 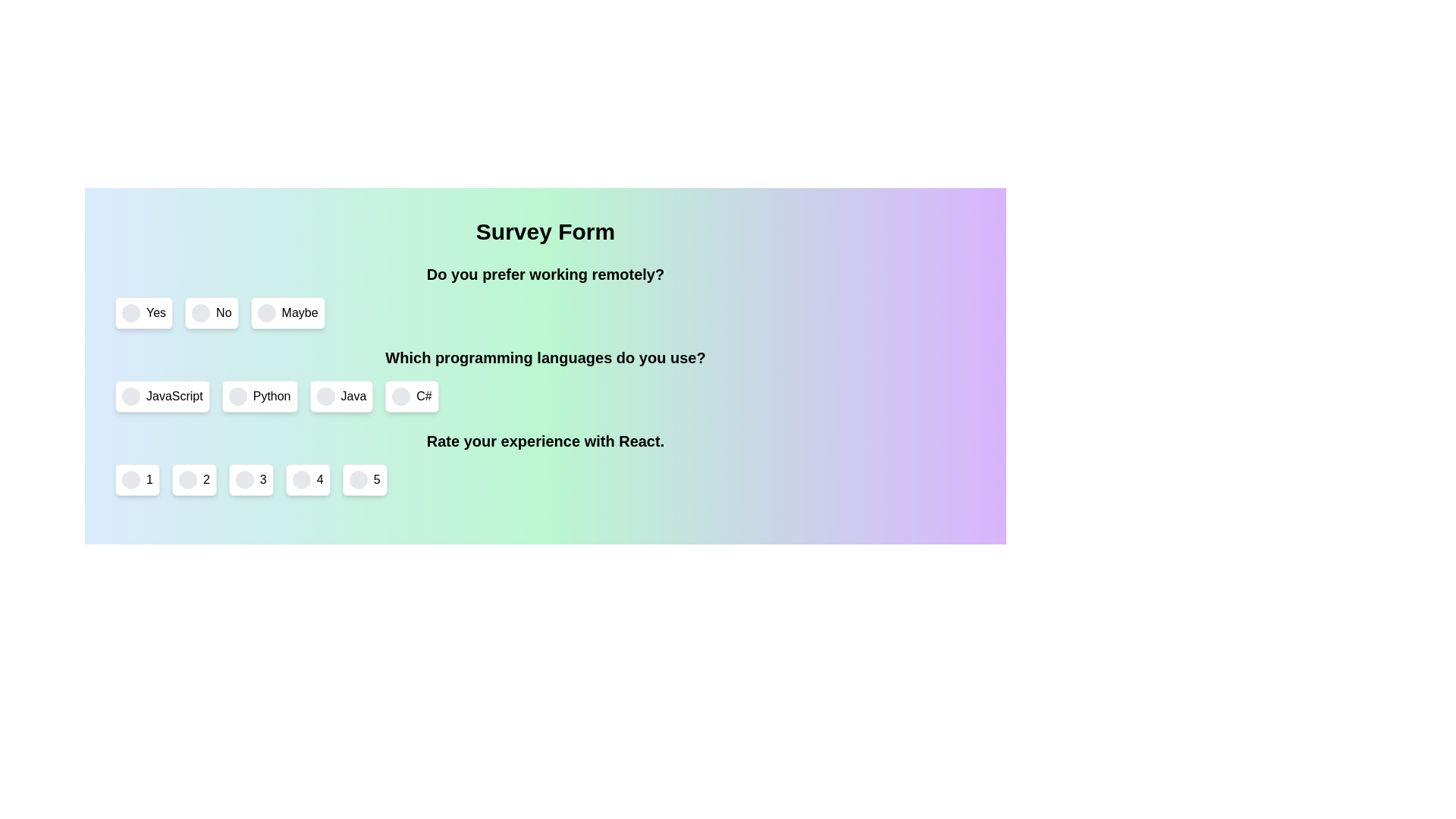 What do you see at coordinates (287, 312) in the screenshot?
I see `the 'Maybe' button, which is a rounded rectangle with a light background and a gray circular icon` at bounding box center [287, 312].